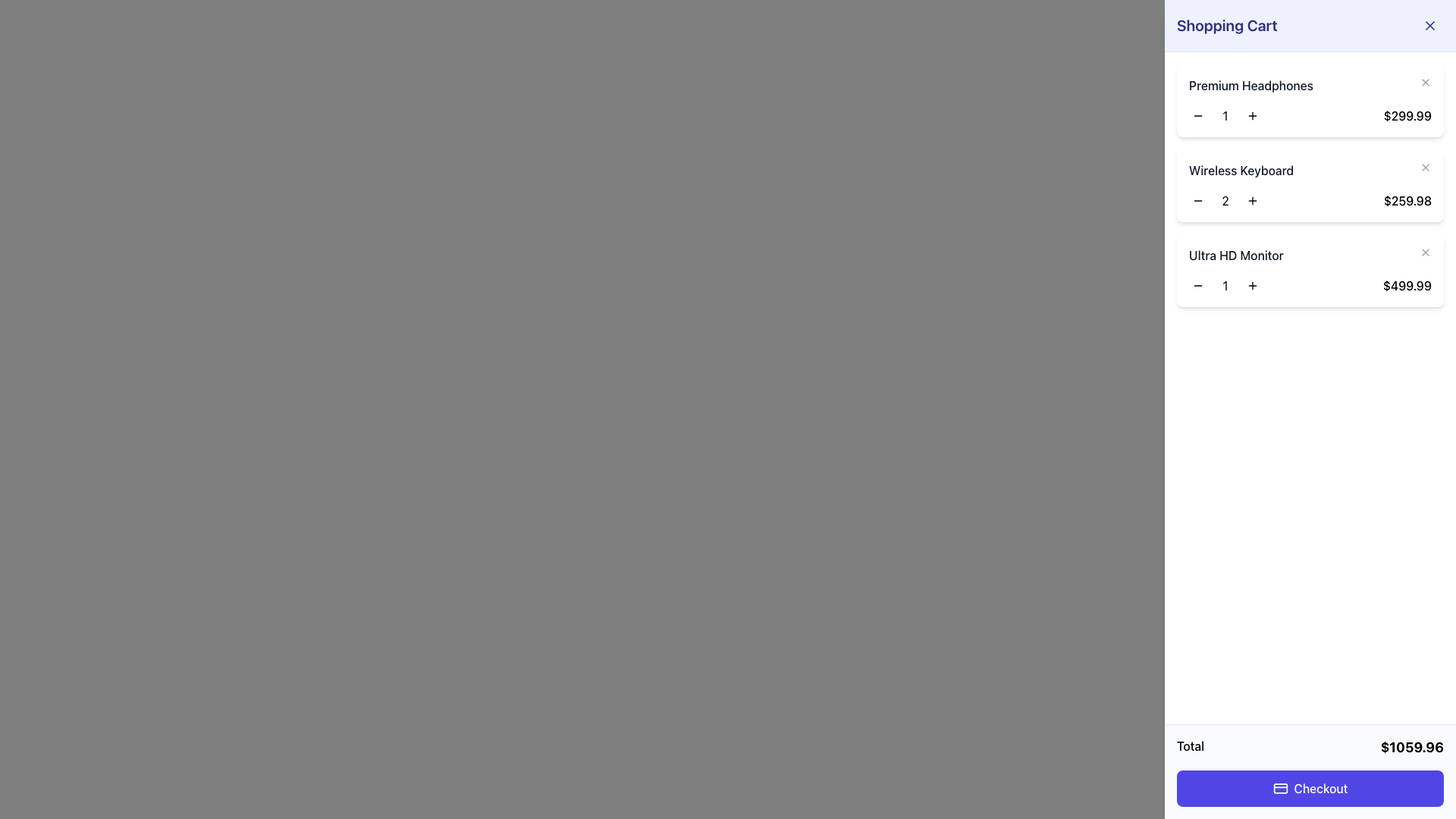 Image resolution: width=1456 pixels, height=819 pixels. Describe the element at coordinates (1251, 85) in the screenshot. I see `the text label of the first item in the shopping cart, which is positioned above the quantity controls and the price` at that location.